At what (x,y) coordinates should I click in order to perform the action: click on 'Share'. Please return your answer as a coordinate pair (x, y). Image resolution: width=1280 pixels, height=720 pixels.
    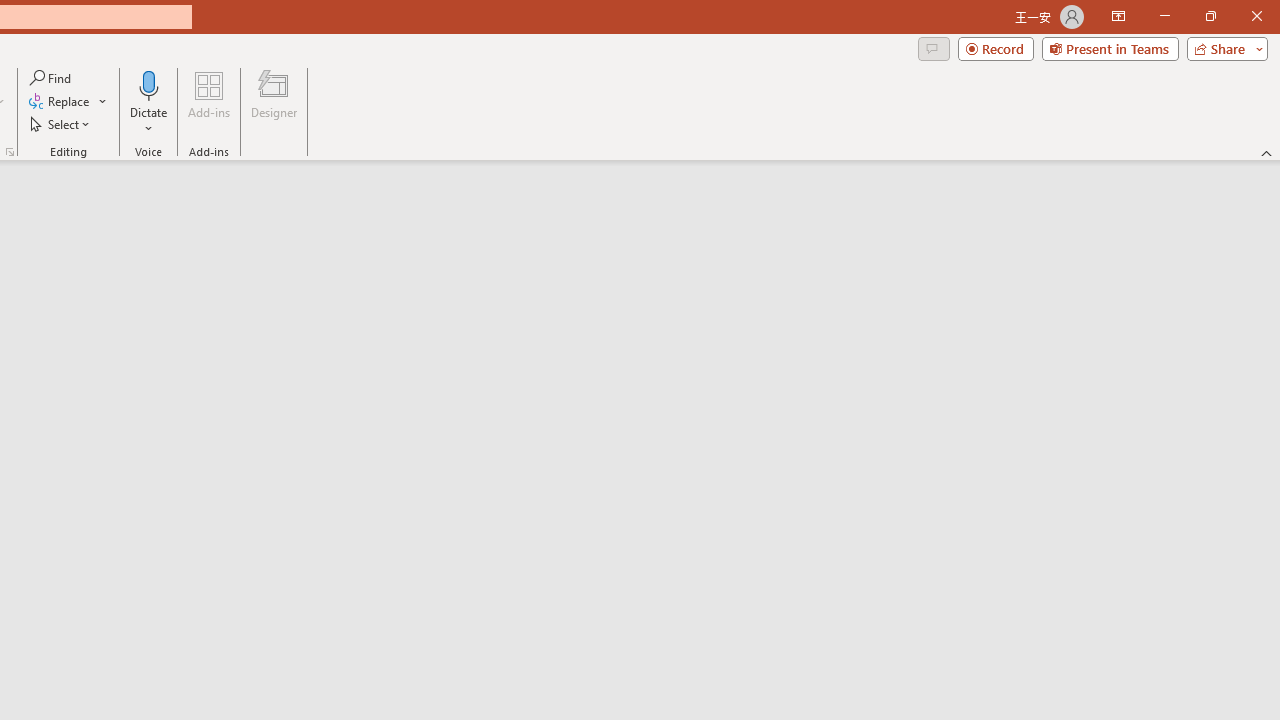
    Looking at the image, I should click on (1222, 47).